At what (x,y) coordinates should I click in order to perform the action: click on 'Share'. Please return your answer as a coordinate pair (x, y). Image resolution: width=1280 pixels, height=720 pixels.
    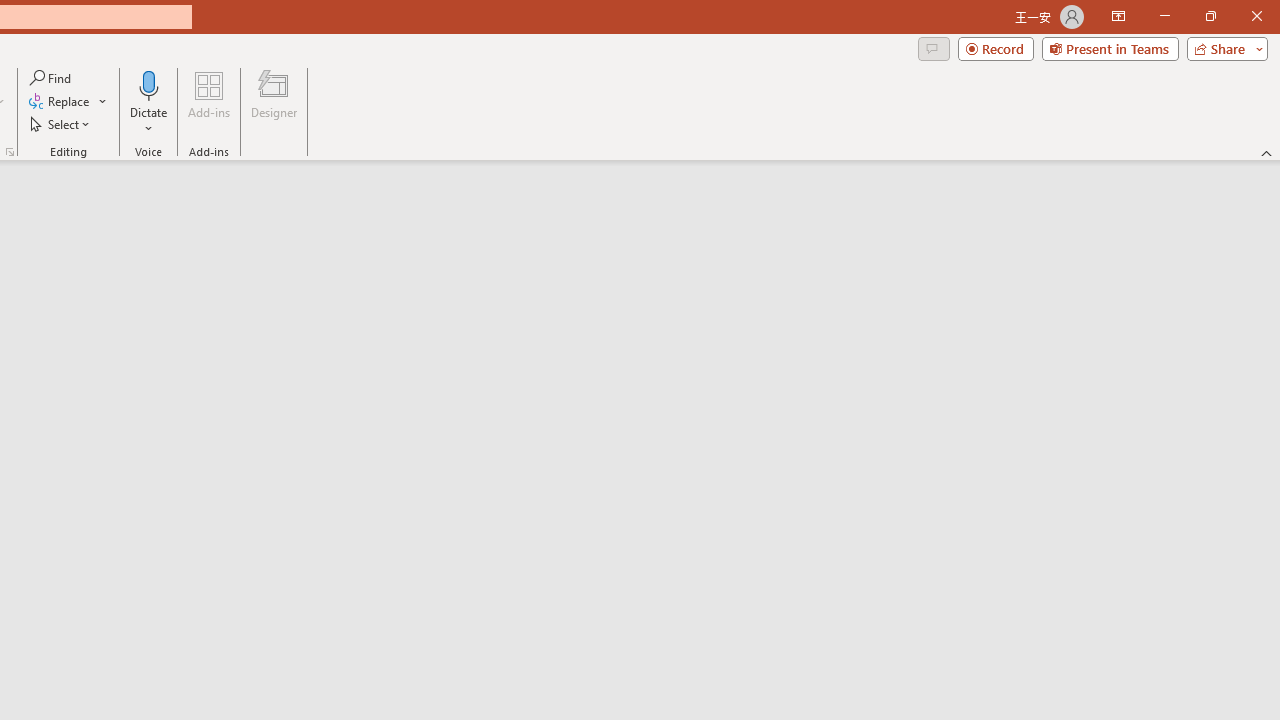
    Looking at the image, I should click on (1222, 47).